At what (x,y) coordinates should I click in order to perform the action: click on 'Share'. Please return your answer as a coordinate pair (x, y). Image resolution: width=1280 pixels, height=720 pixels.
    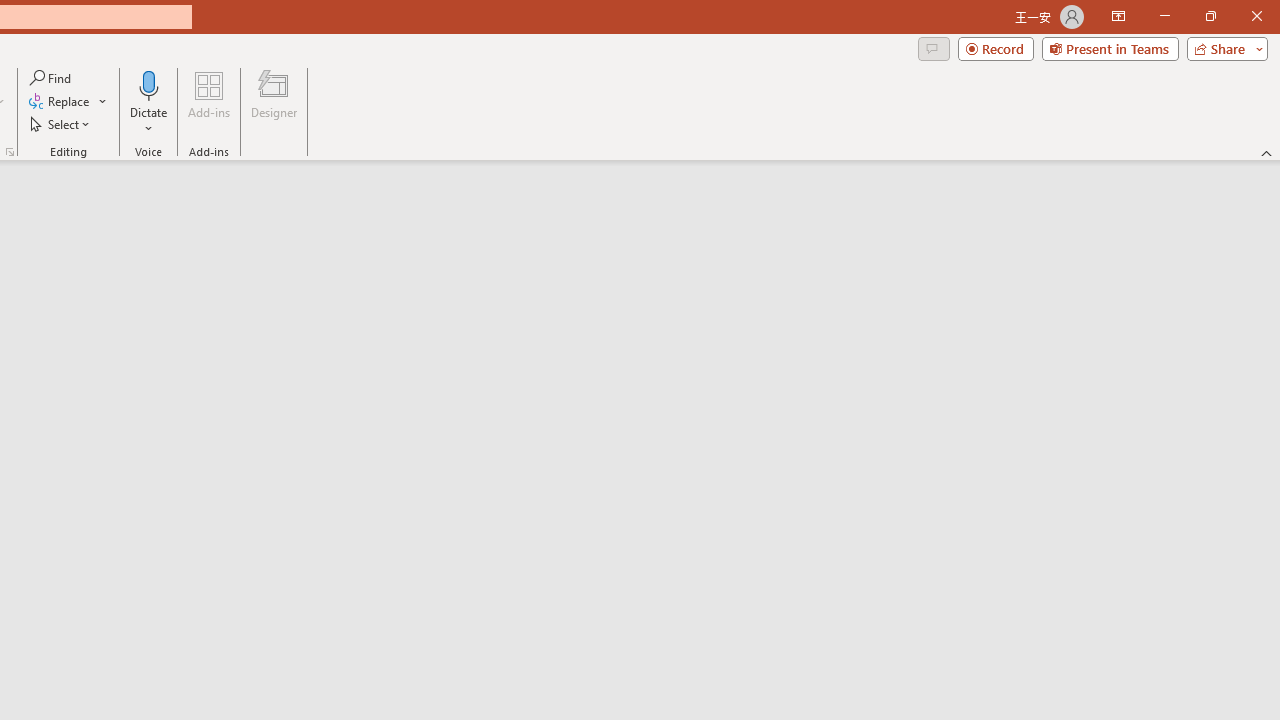
    Looking at the image, I should click on (1222, 47).